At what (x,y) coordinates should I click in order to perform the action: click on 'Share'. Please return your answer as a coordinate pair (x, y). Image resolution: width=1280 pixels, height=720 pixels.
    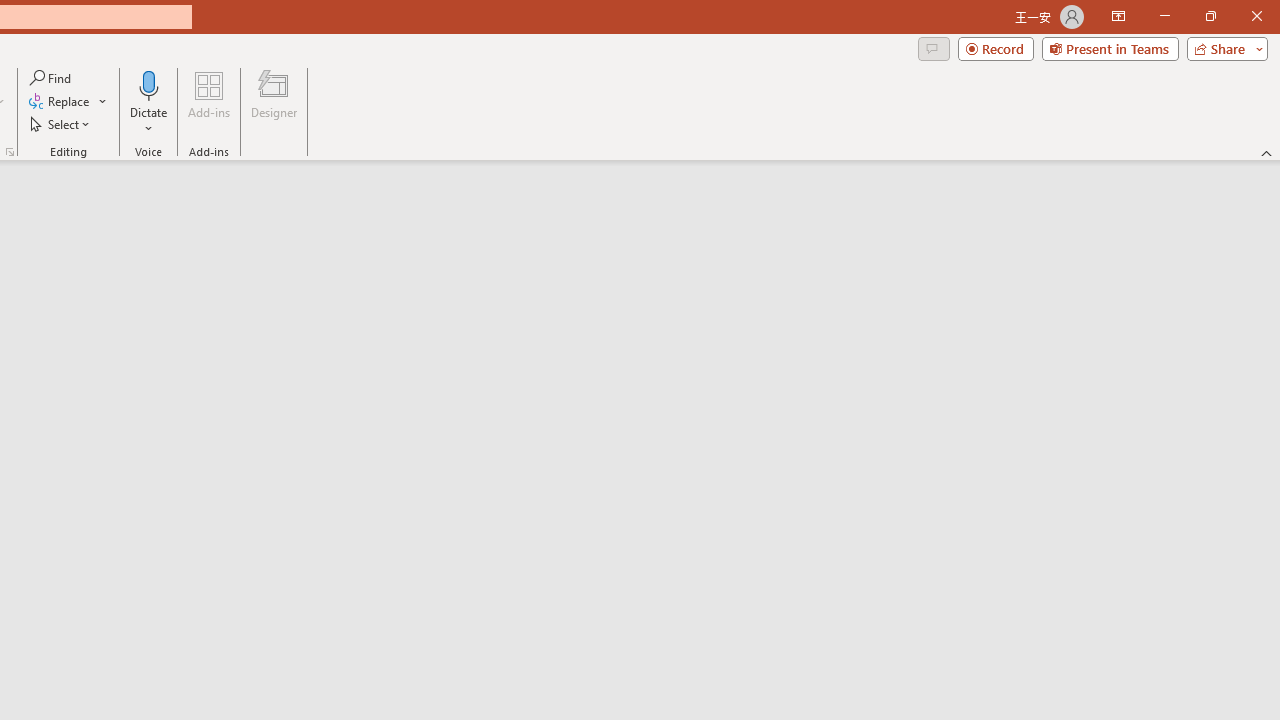
    Looking at the image, I should click on (1222, 47).